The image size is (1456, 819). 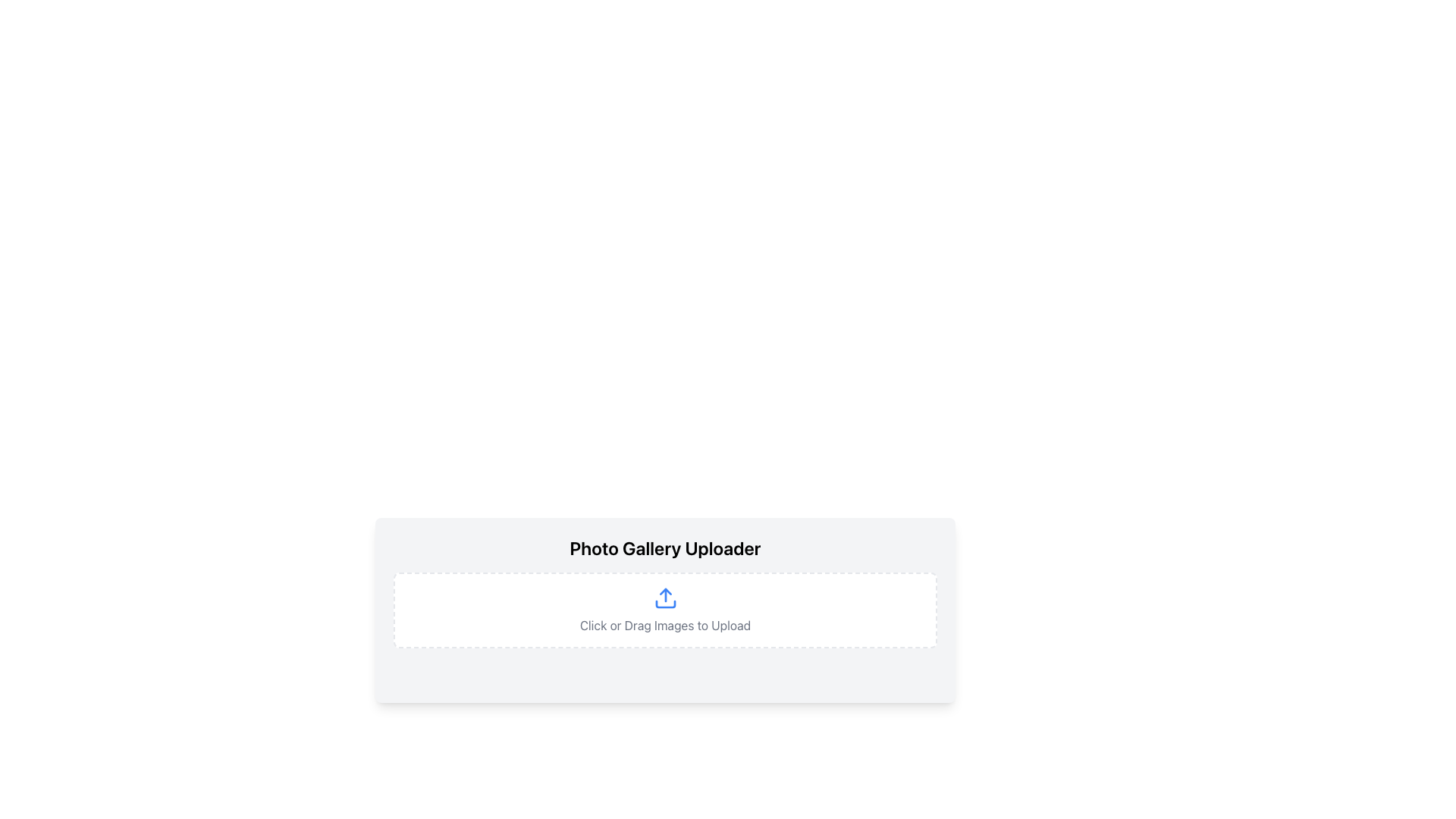 I want to click on the Interactive upload area located below the 'Photo Gallery Uploader' title, so click(x=665, y=610).